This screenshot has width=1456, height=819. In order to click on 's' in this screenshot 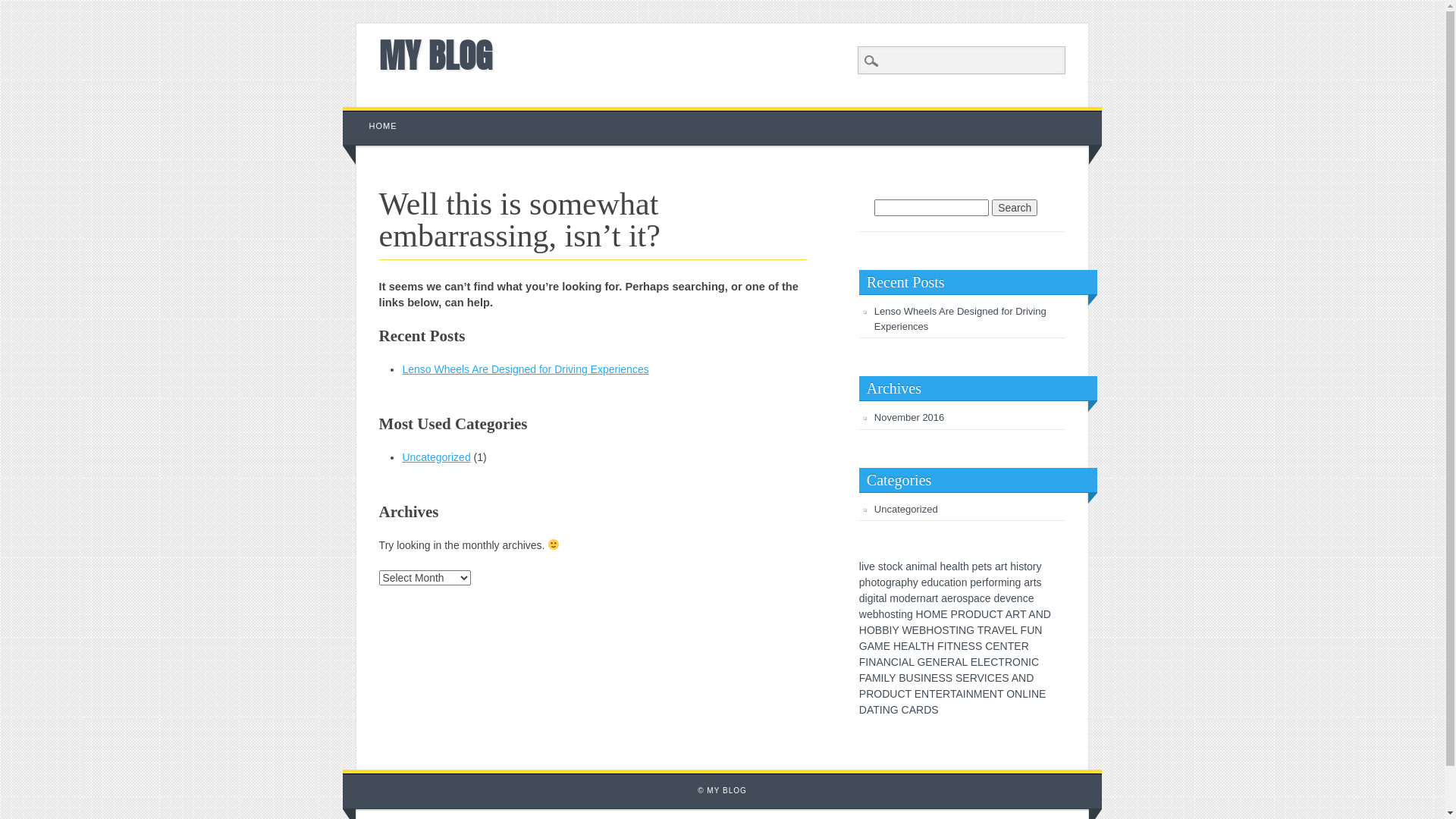, I will do `click(1021, 566)`.